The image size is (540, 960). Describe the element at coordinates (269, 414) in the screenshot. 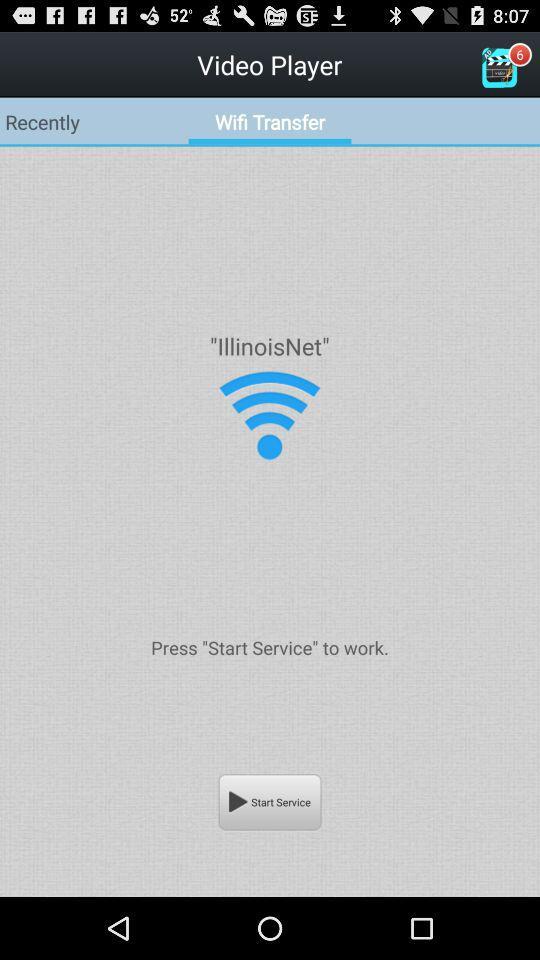

I see `icon above the press start service icon` at that location.